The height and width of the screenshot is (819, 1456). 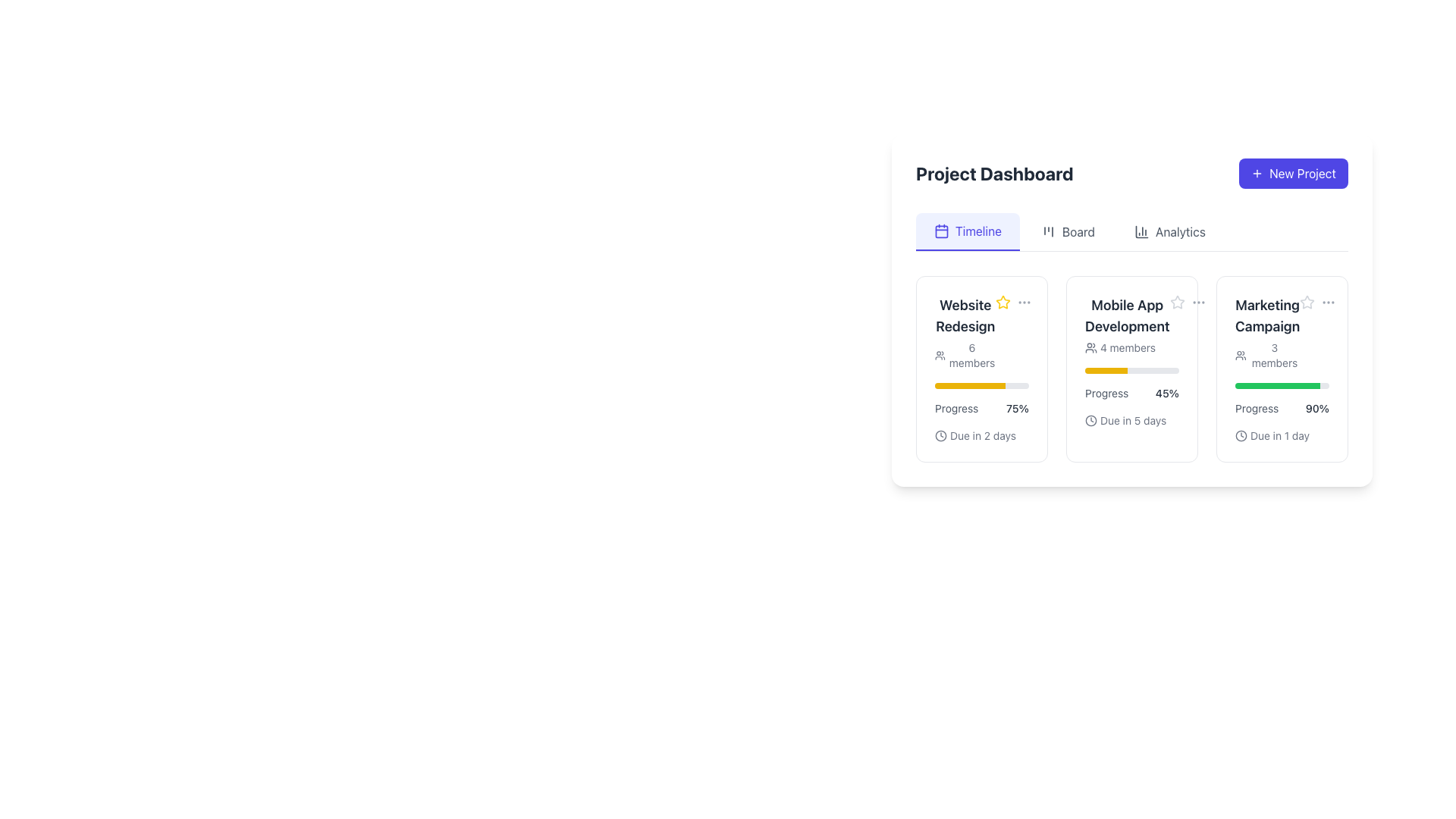 What do you see at coordinates (1131, 397) in the screenshot?
I see `the progress details of the progress indicator located in the 'Mobile App Development' card, which includes the progress bar, percentage completion, and due date` at bounding box center [1131, 397].